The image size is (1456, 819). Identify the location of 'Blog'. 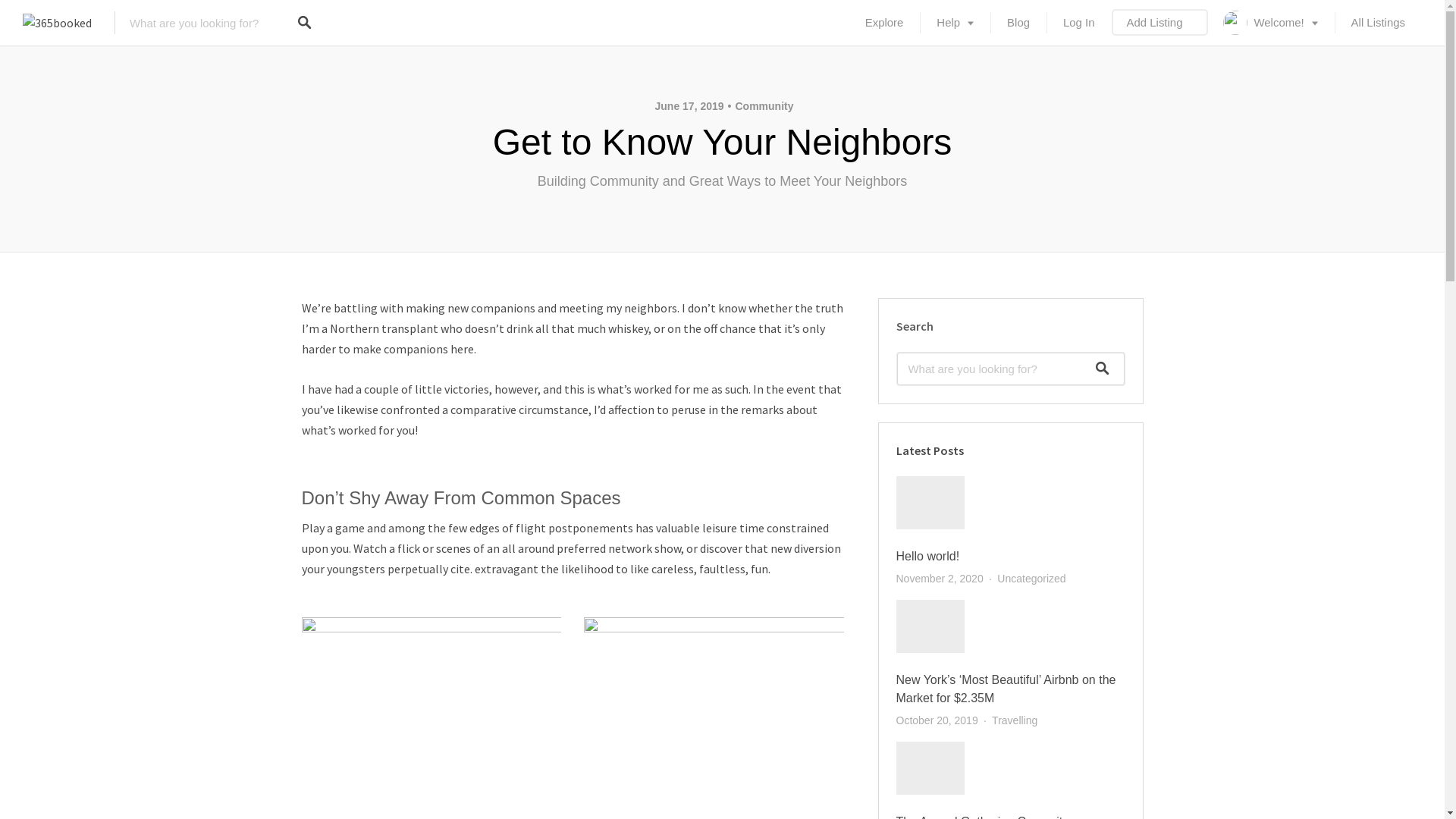
(1018, 23).